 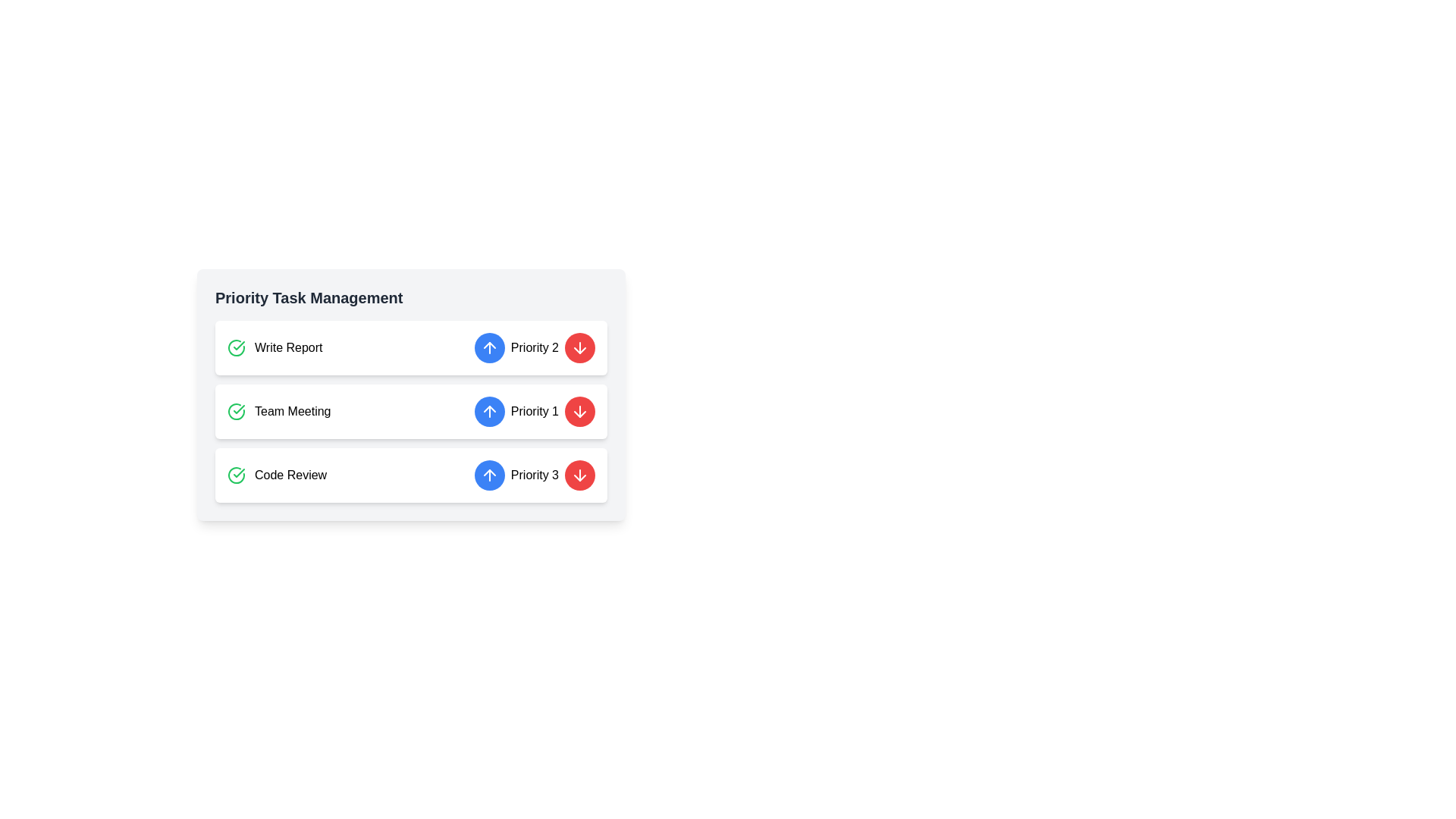 I want to click on keyboard navigation, so click(x=579, y=348).